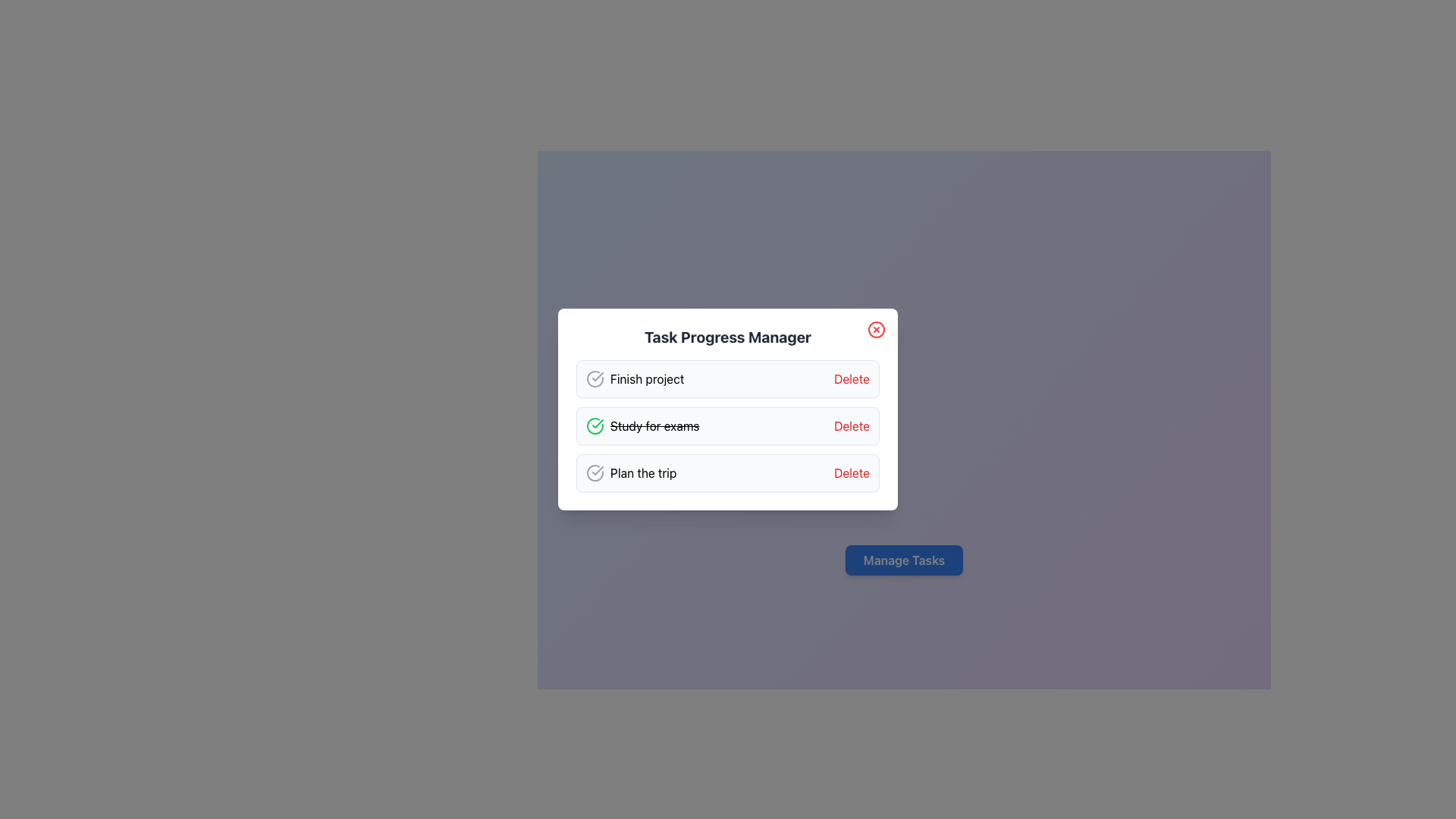 The image size is (1456, 819). What do you see at coordinates (642, 426) in the screenshot?
I see `text content of the completed task labeled 'Study for exams', which has a strikethrough style and is accompanied by a green checkmark icon to its left` at bounding box center [642, 426].